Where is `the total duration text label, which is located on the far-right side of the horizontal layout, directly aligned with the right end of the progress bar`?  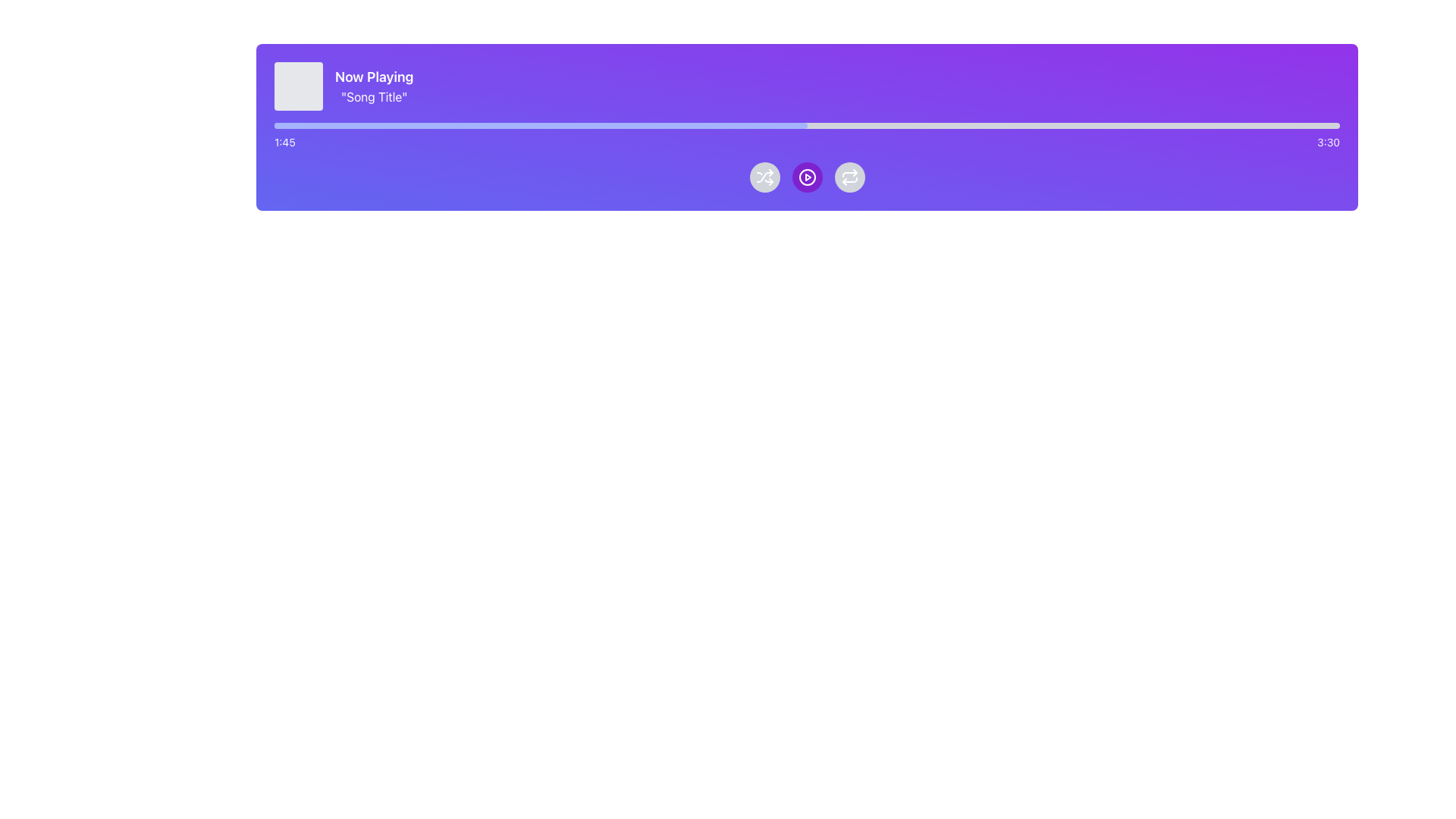
the total duration text label, which is located on the far-right side of the horizontal layout, directly aligned with the right end of the progress bar is located at coordinates (1328, 143).